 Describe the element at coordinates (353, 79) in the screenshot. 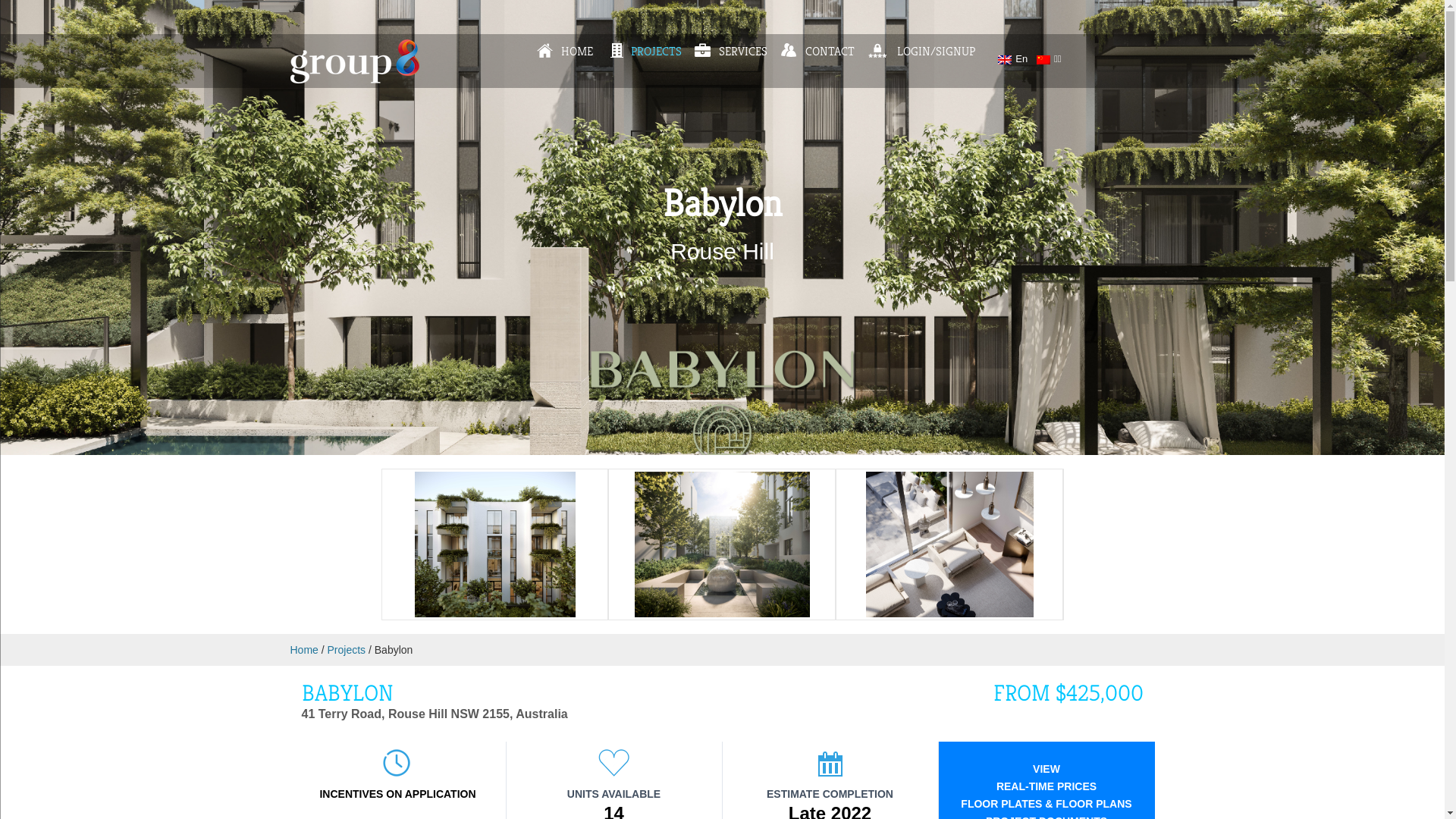

I see `'Group8'` at that location.